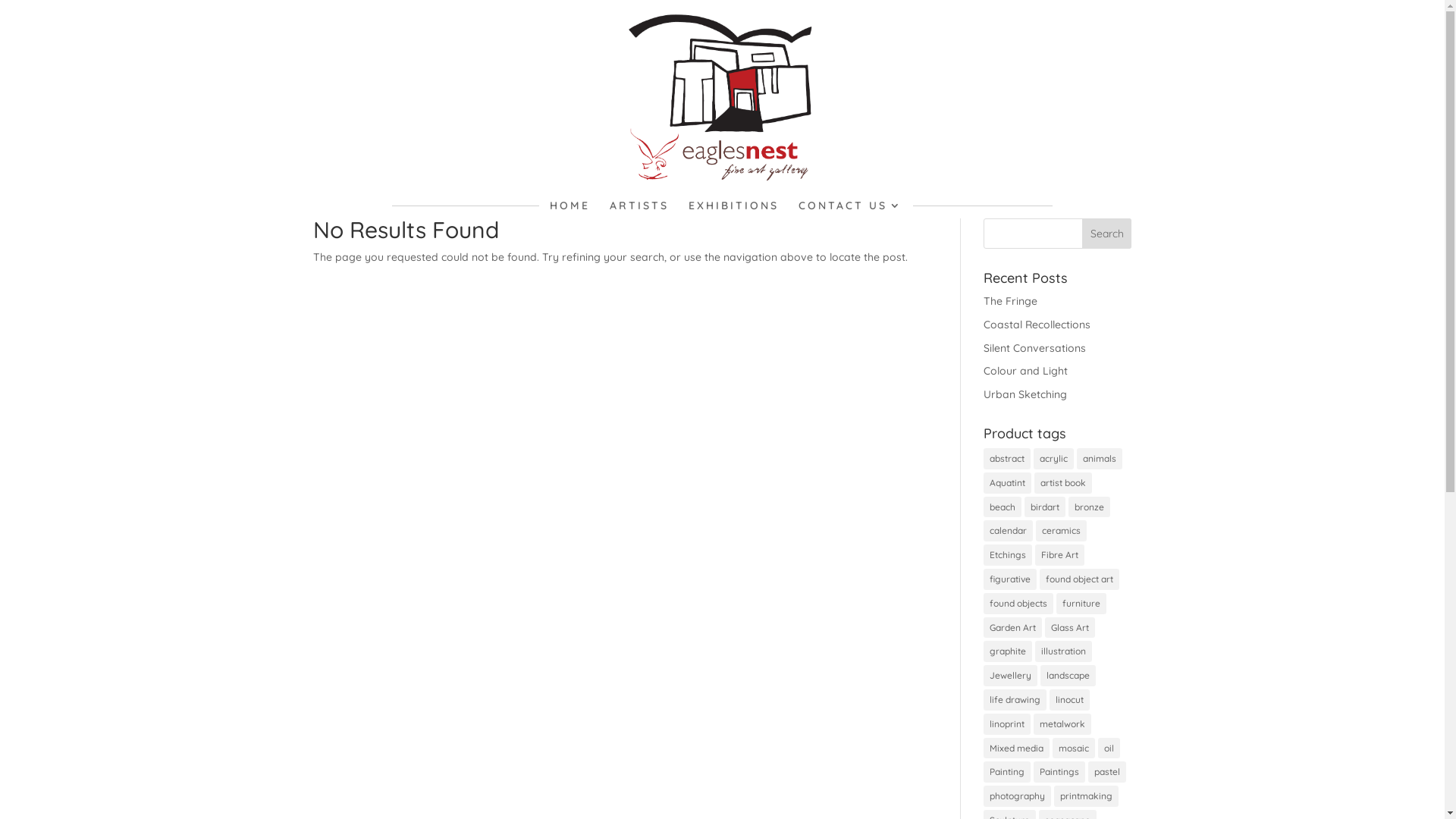  I want to click on 'Urban Sketching', so click(1025, 394).